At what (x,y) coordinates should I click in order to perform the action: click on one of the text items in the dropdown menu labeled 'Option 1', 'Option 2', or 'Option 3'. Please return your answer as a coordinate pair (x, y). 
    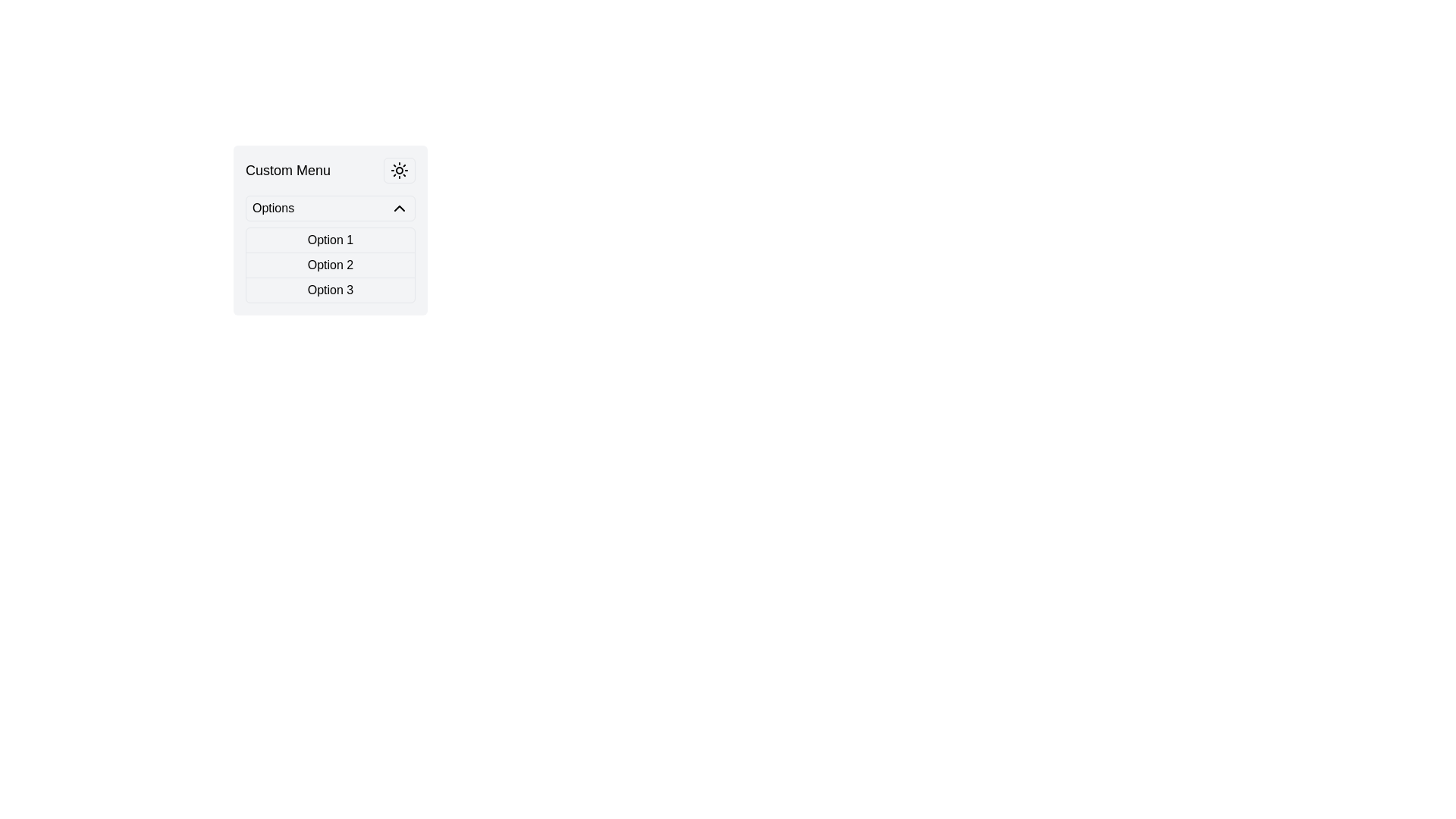
    Looking at the image, I should click on (330, 248).